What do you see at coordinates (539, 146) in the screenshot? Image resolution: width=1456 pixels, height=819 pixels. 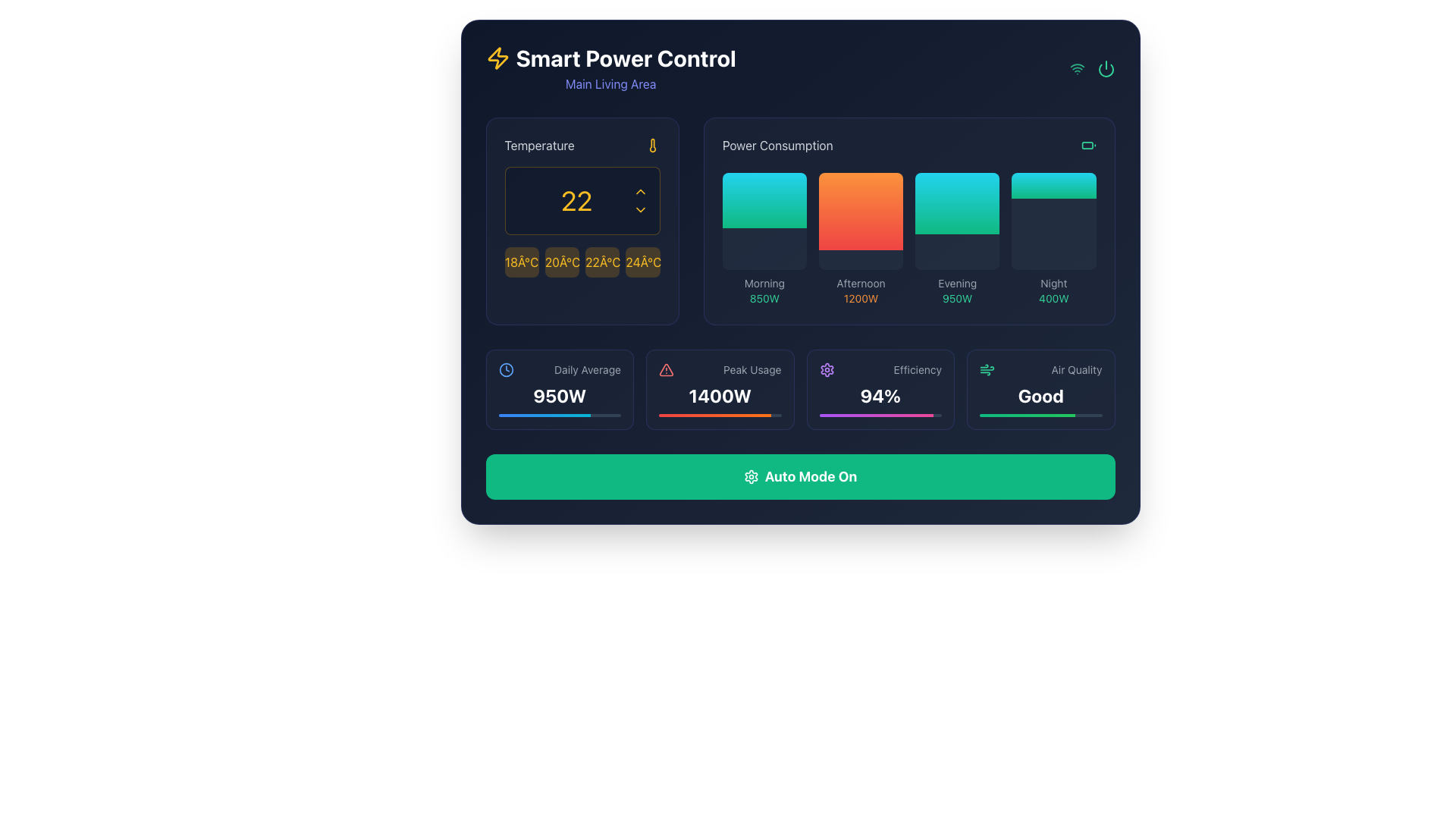 I see `text from the Text Label that serves as a descriptive header for the temperature-related module, located to the left of the thermometer icon` at bounding box center [539, 146].